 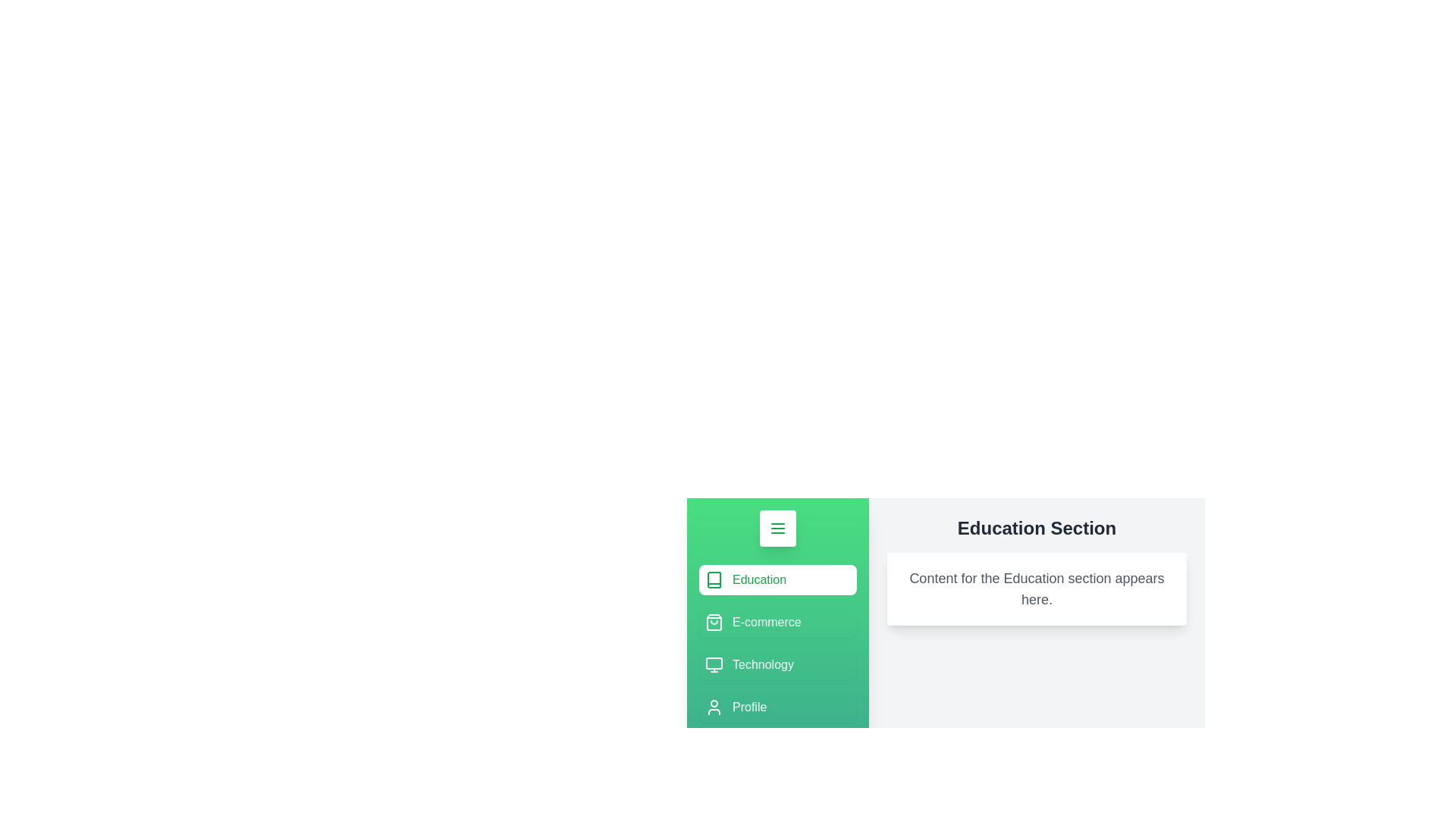 What do you see at coordinates (778, 664) in the screenshot?
I see `the section Technology in the drawer` at bounding box center [778, 664].